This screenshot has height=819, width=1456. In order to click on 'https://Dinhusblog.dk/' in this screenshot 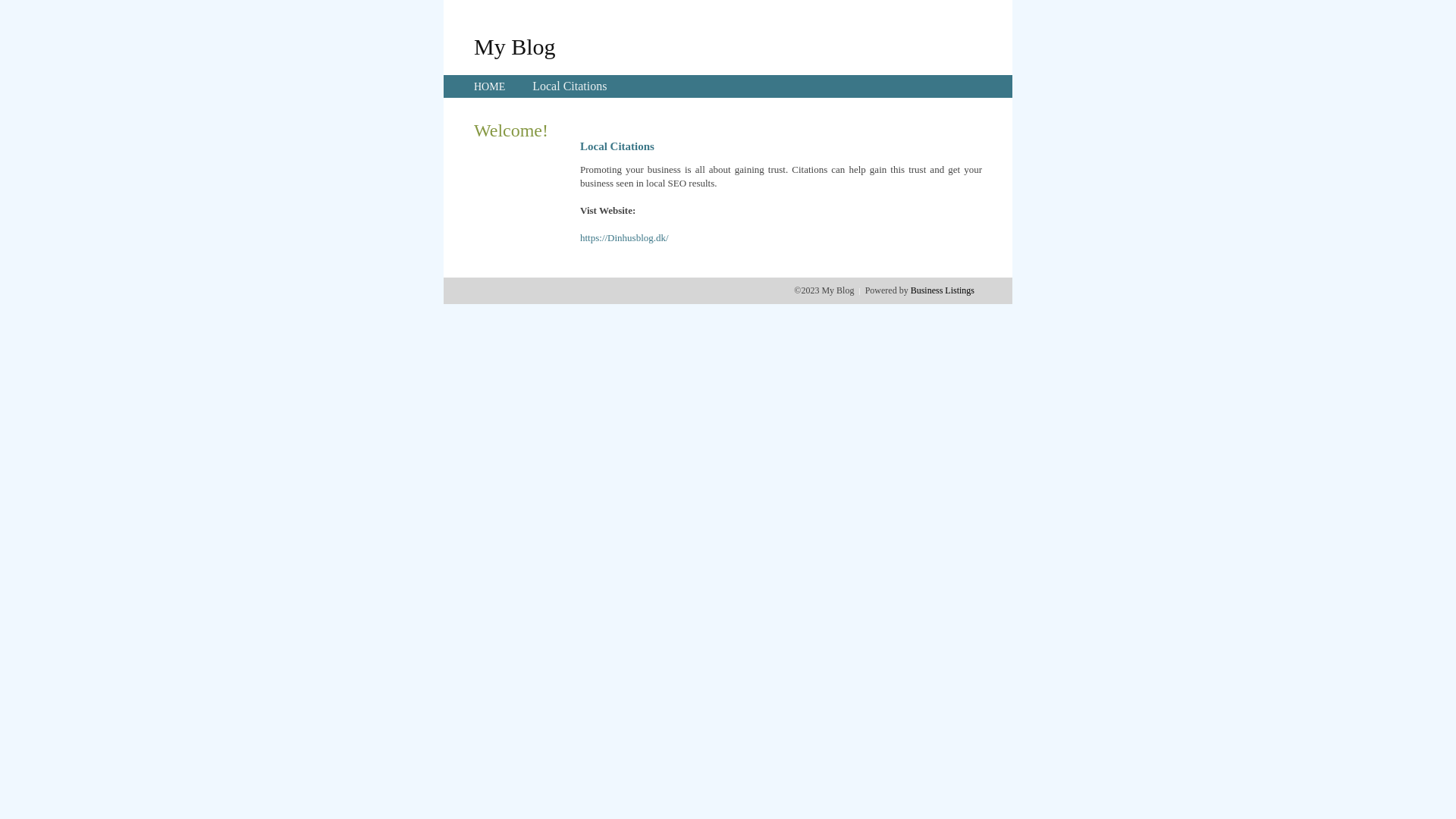, I will do `click(624, 237)`.